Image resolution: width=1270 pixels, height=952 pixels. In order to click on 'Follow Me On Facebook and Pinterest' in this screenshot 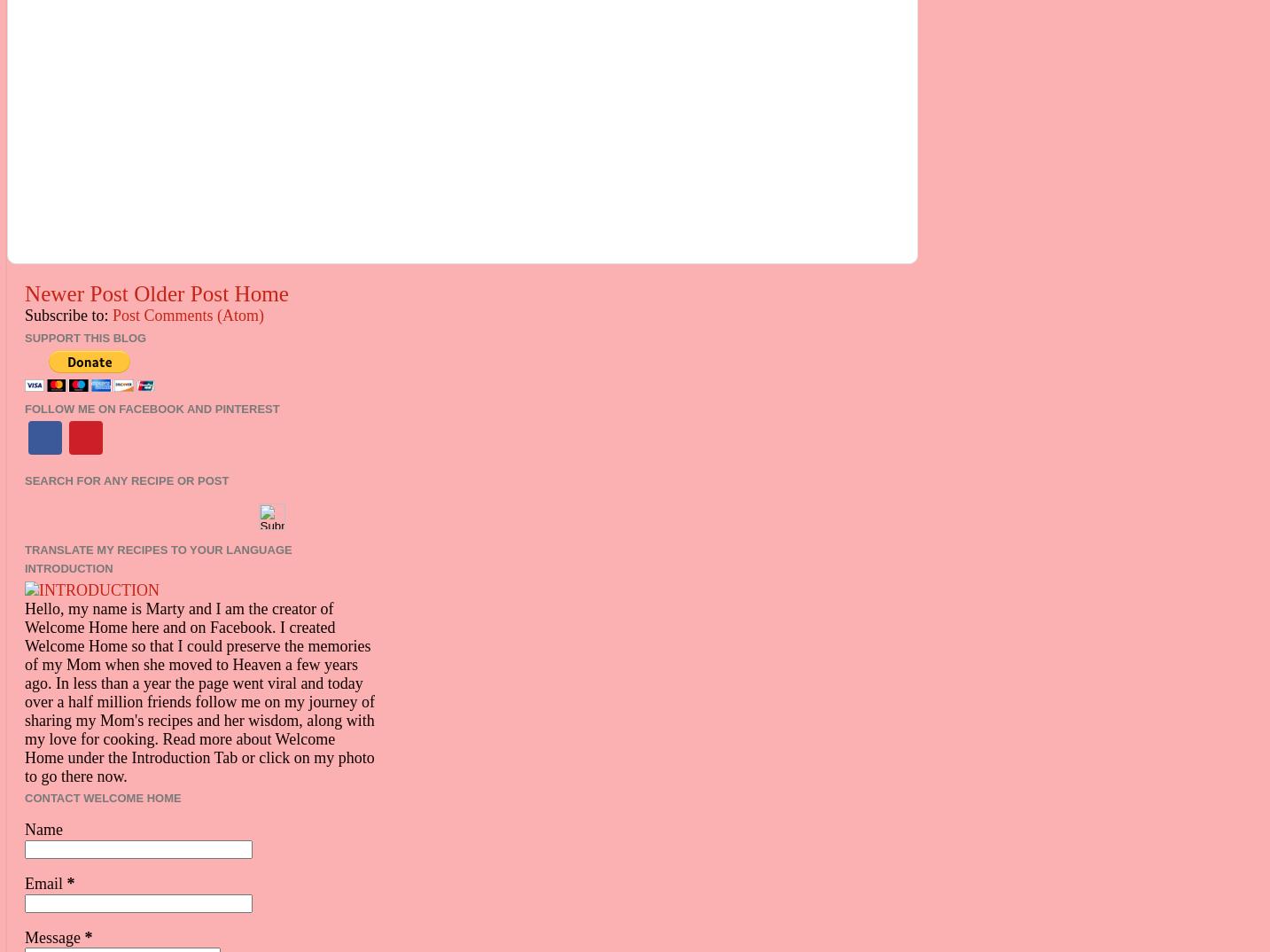, I will do `click(152, 407)`.